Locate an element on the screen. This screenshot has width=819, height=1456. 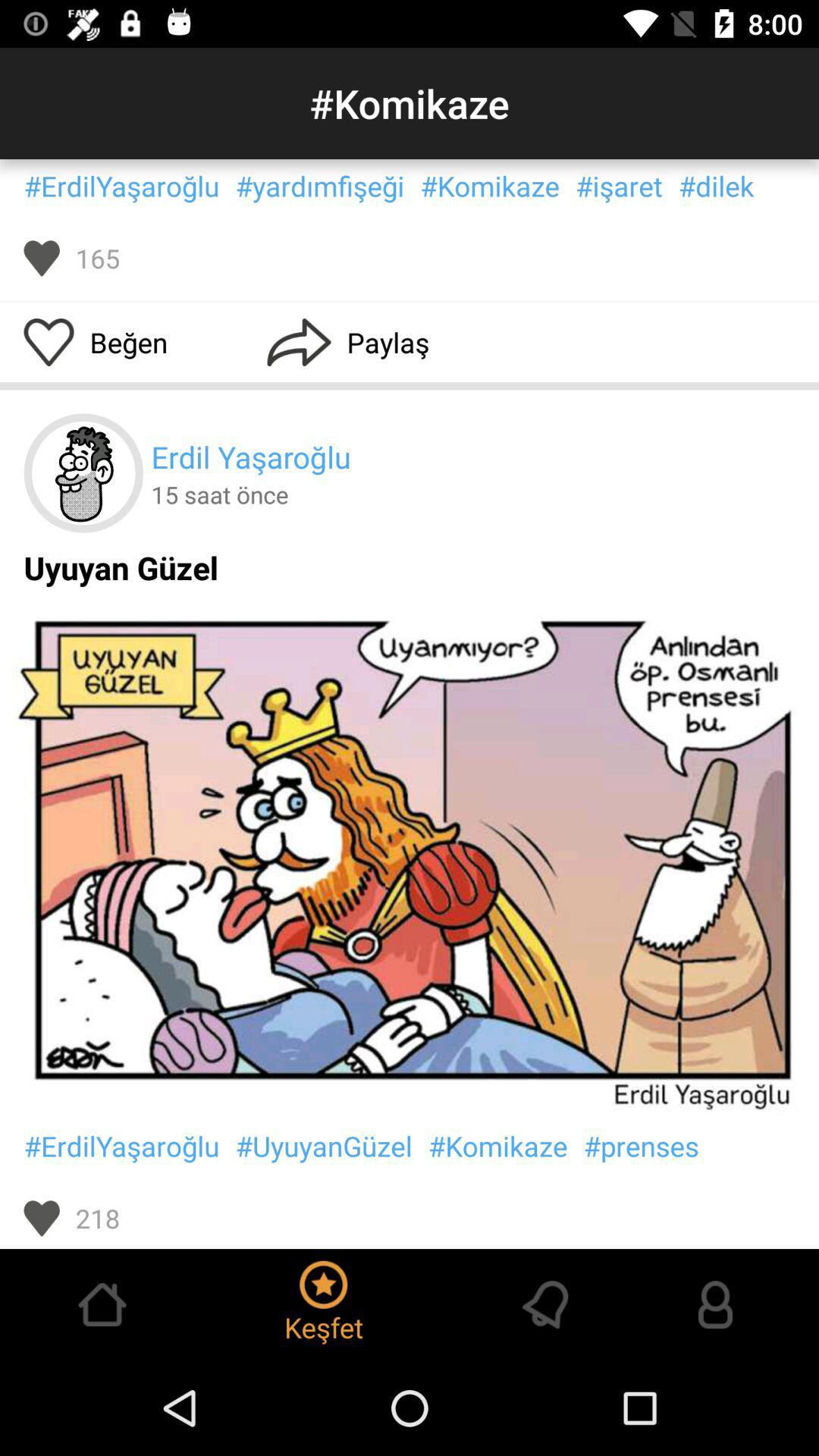
the 165 is located at coordinates (97, 258).